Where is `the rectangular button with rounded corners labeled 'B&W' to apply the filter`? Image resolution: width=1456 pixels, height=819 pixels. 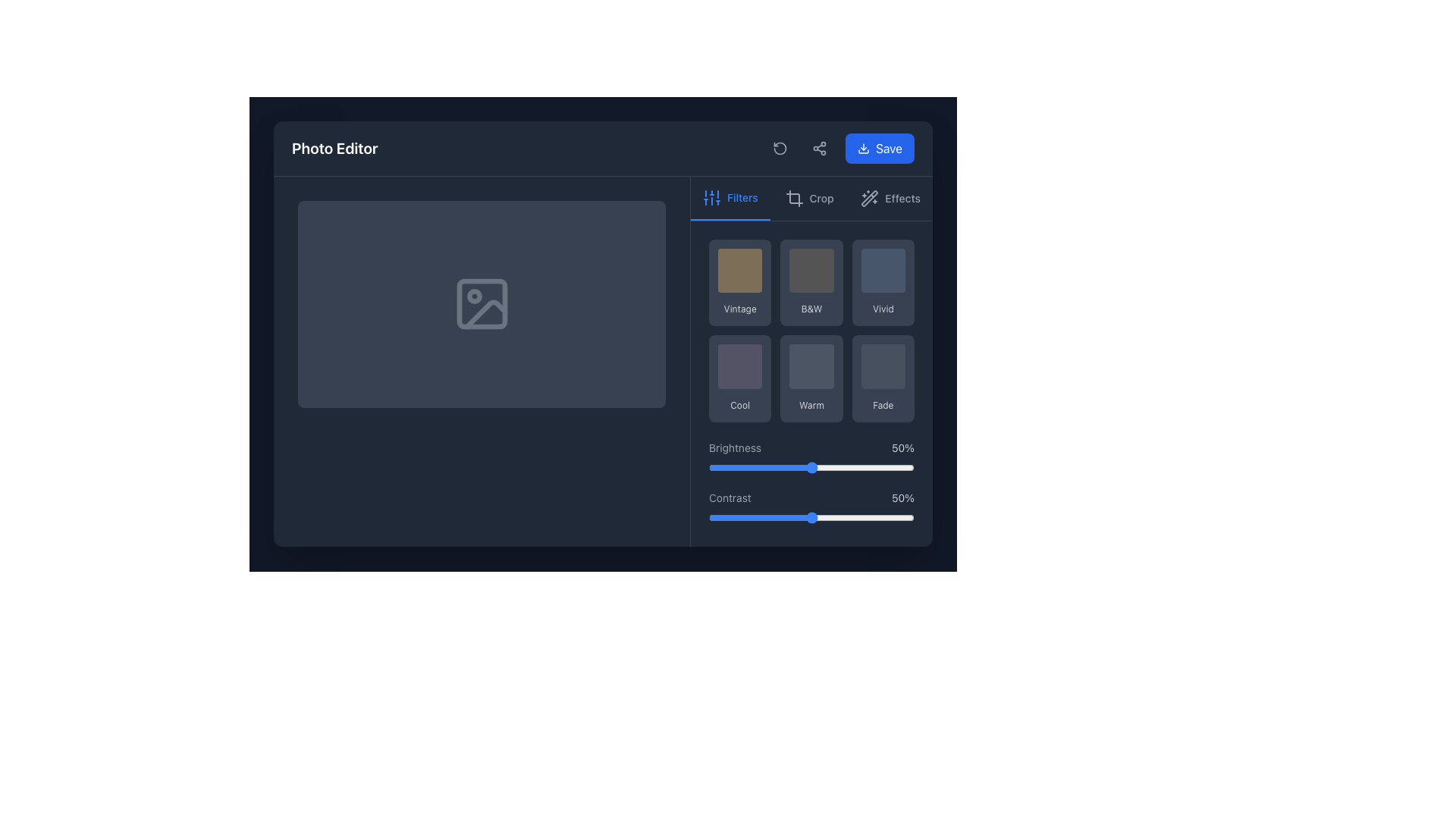 the rectangular button with rounded corners labeled 'B&W' to apply the filter is located at coordinates (811, 283).